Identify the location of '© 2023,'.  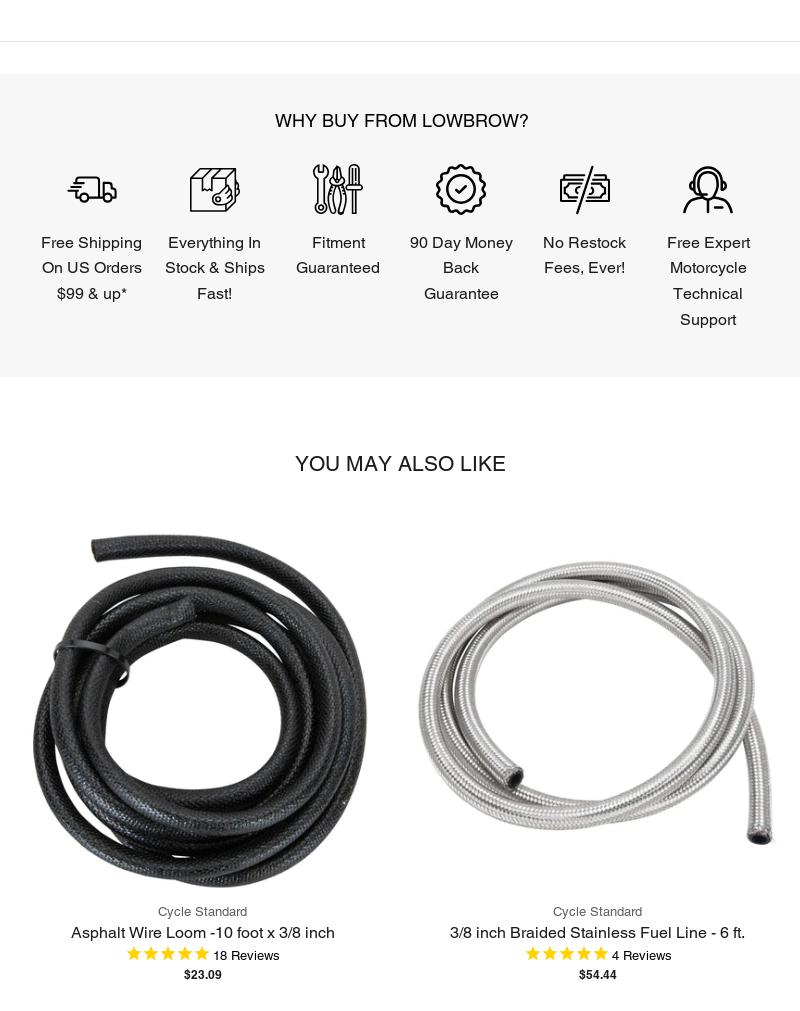
(39, 550).